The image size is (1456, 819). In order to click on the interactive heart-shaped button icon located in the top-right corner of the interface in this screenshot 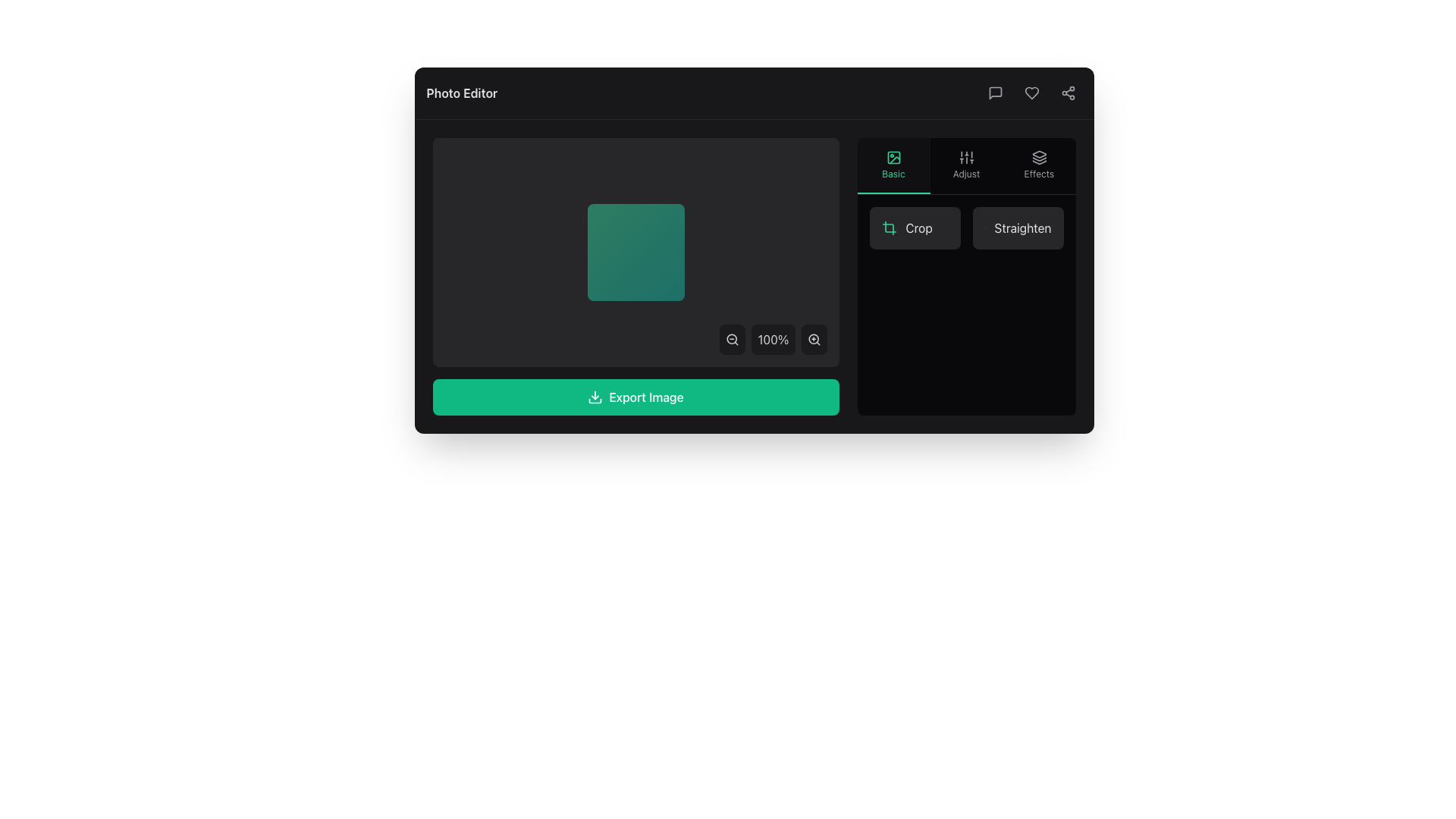, I will do `click(1031, 93)`.